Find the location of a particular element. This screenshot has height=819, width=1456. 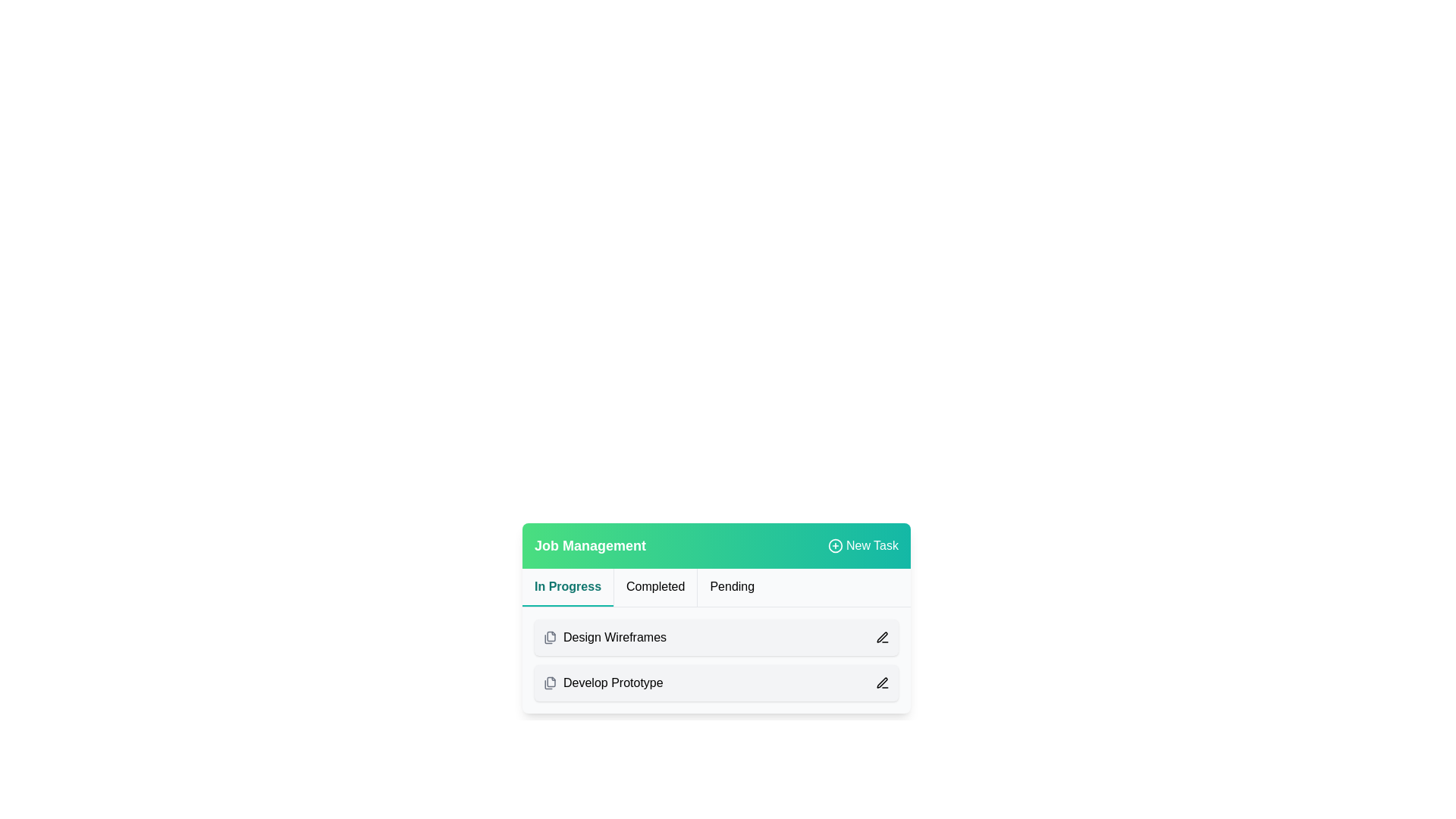

the button located on the right side of the 'Job Management' header is located at coordinates (863, 546).